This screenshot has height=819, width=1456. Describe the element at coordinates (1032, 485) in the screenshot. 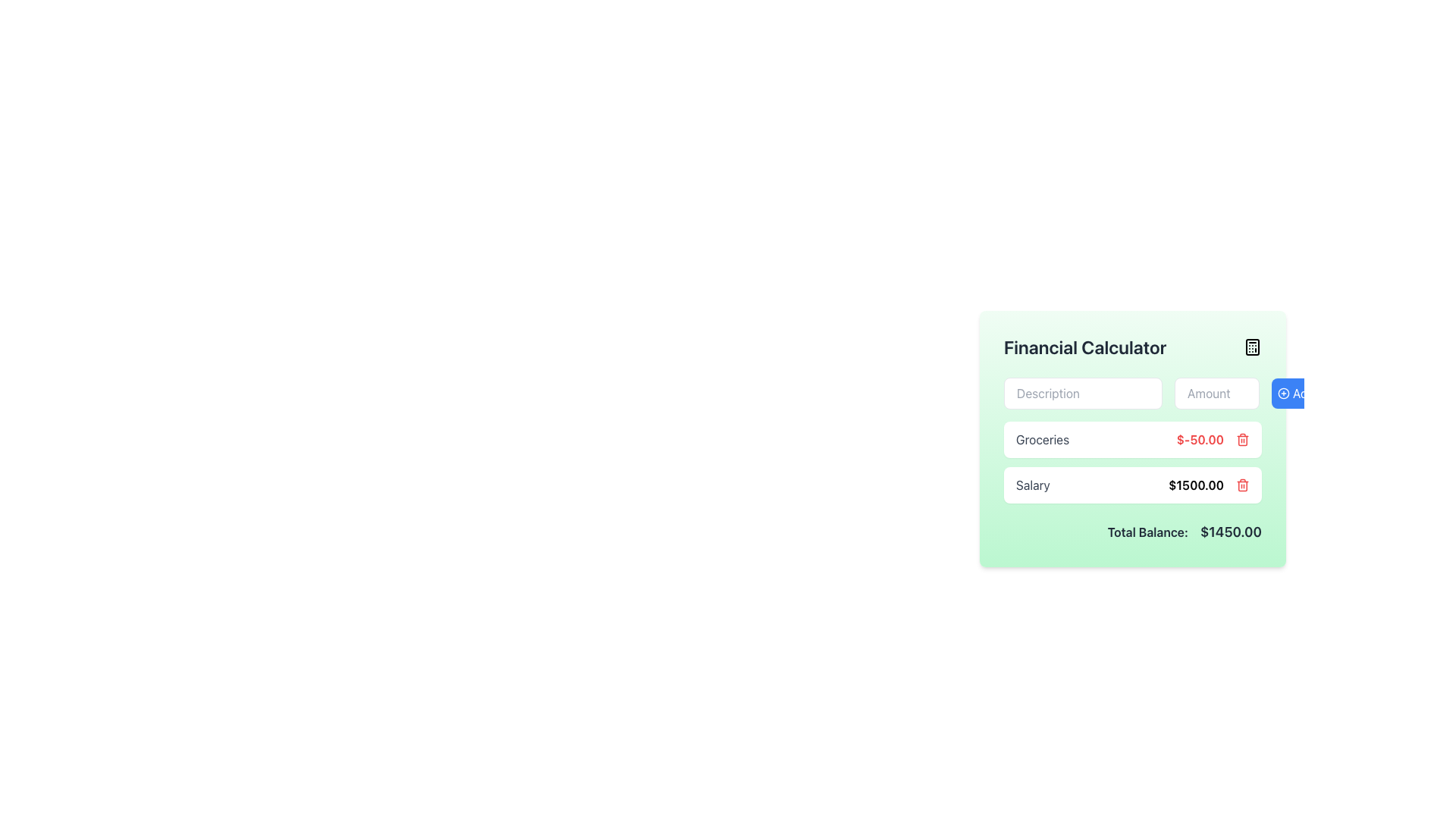

I see `the 'Salary' static text label in the Financial Calculator panel, which is rendered in gray font and positioned above the '$1500.00' value` at that location.